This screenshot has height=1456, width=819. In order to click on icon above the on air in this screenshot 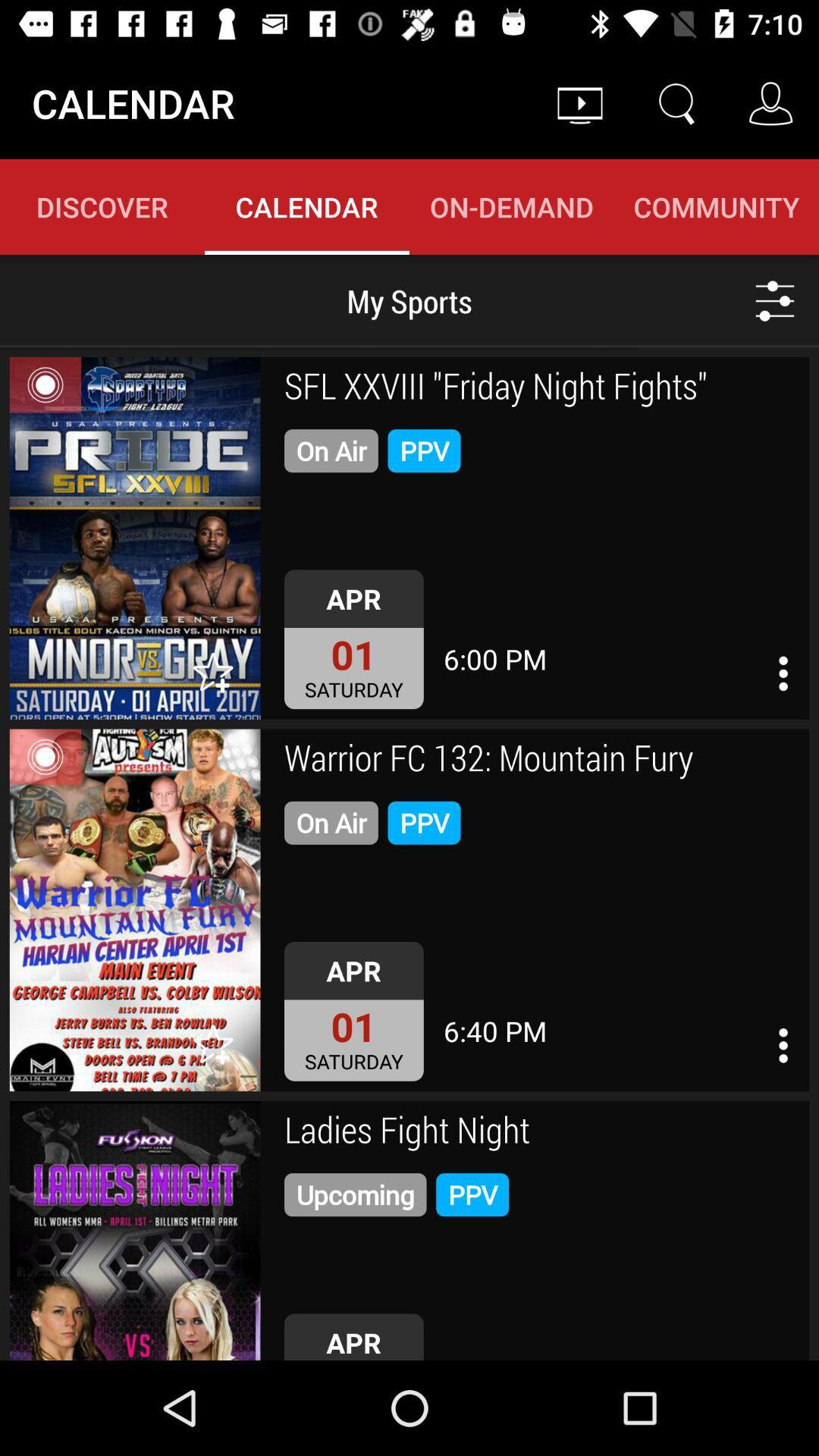, I will do `click(541, 760)`.